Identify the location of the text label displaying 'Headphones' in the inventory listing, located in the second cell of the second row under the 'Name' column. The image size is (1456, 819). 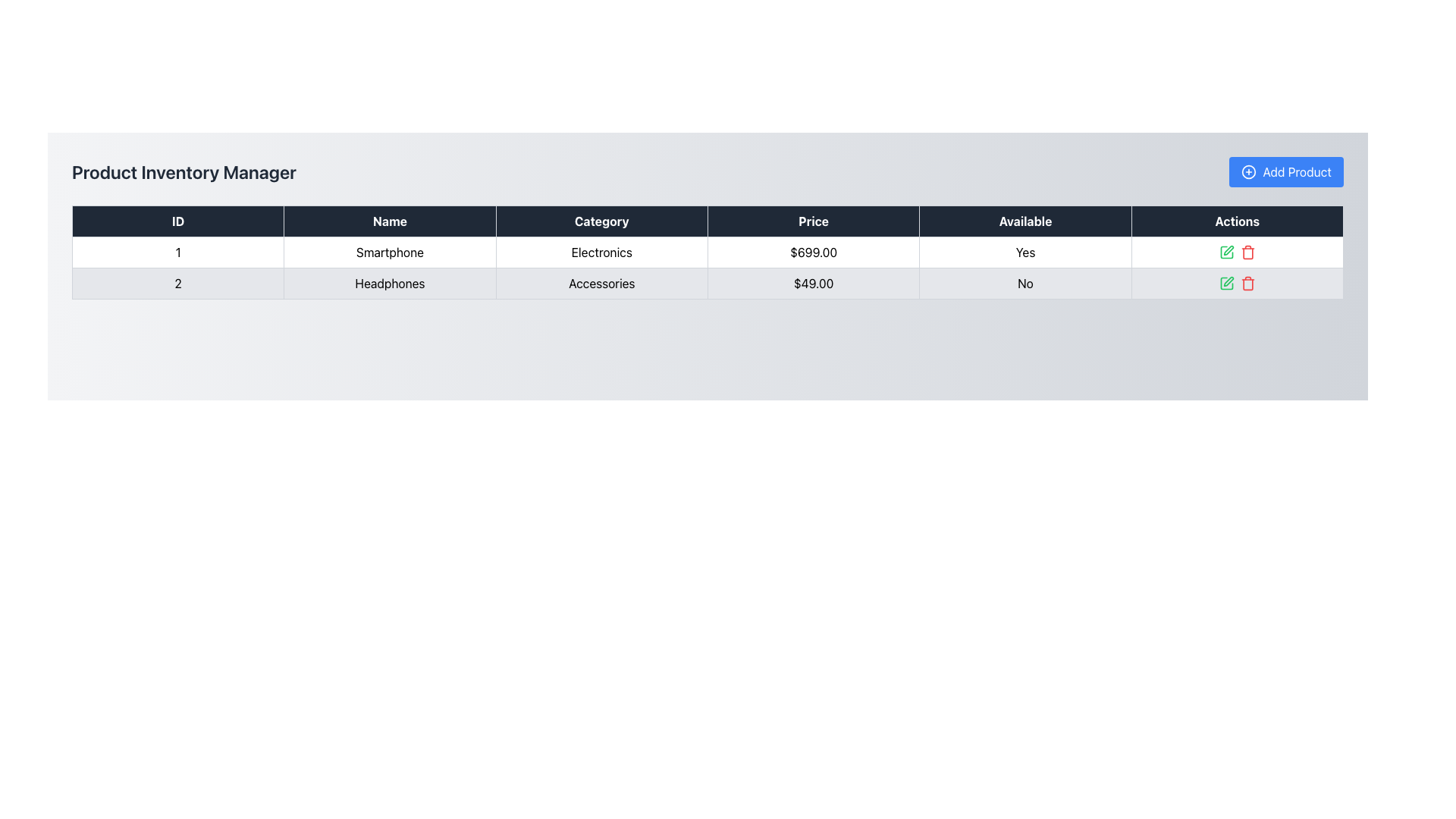
(390, 284).